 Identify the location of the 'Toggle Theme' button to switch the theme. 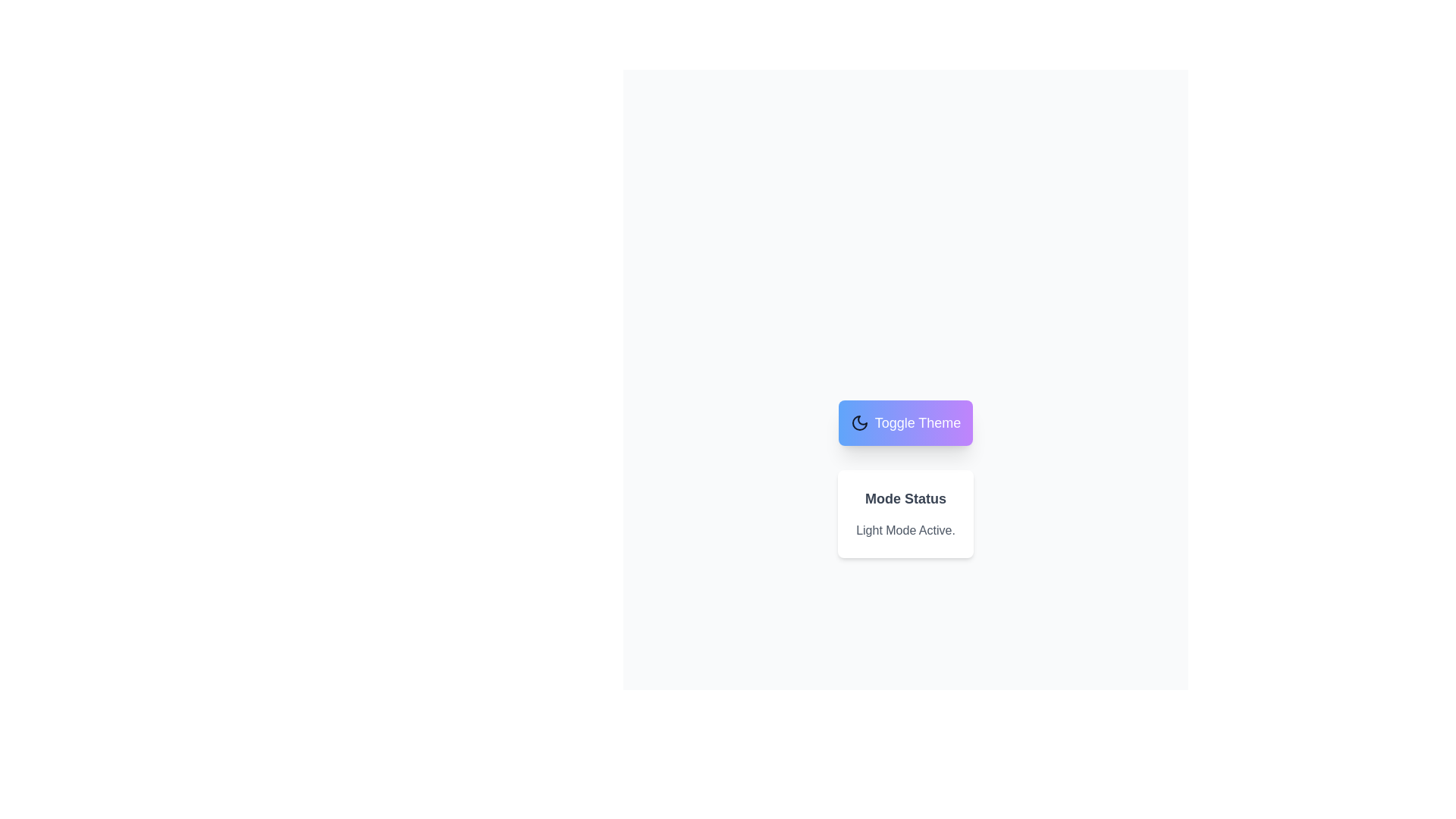
(905, 423).